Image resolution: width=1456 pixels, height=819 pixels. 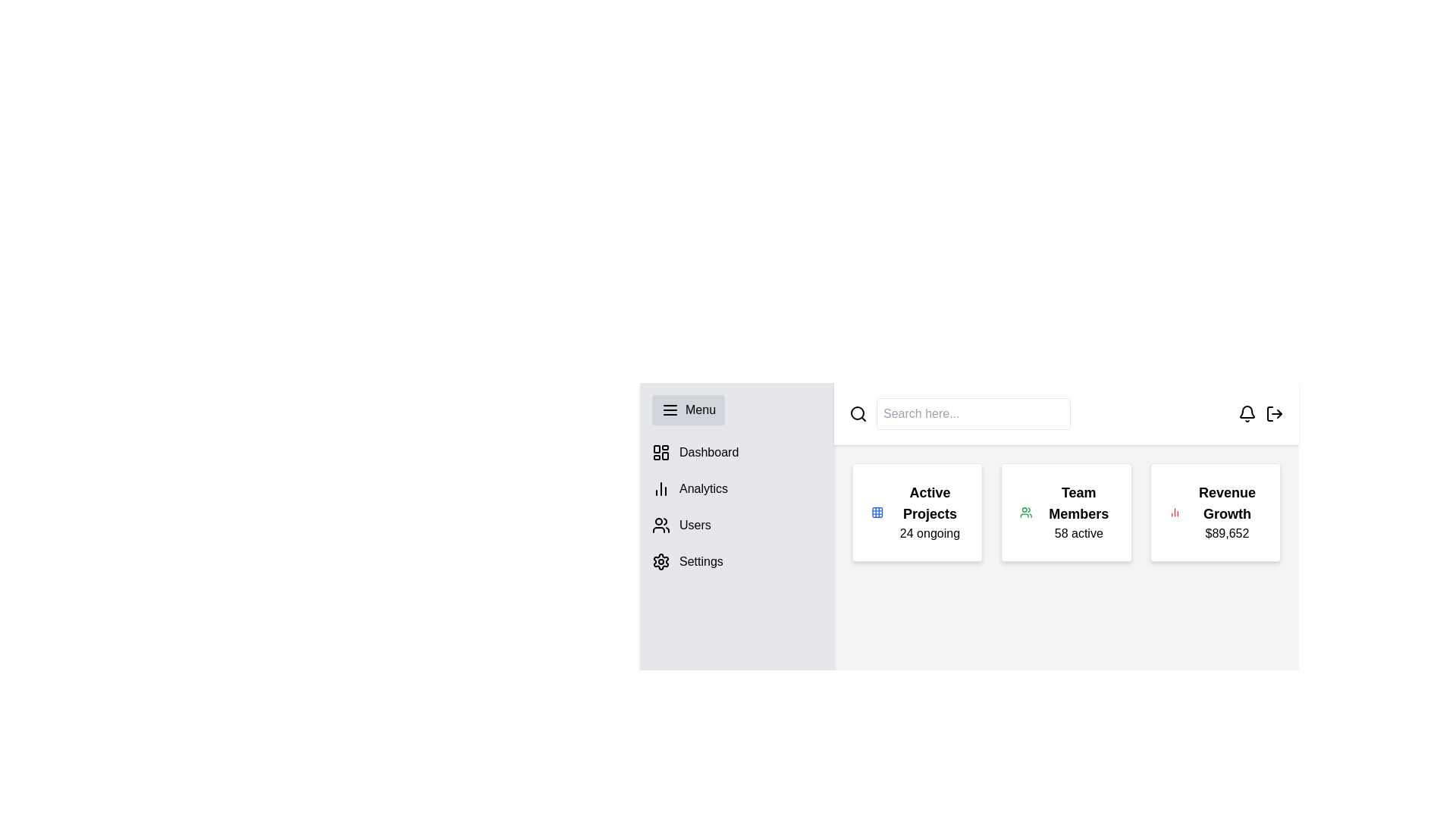 What do you see at coordinates (1227, 512) in the screenshot?
I see `the last informational card displaying the revenue growth metric, located in the central-right portion of the main dashboard interface` at bounding box center [1227, 512].